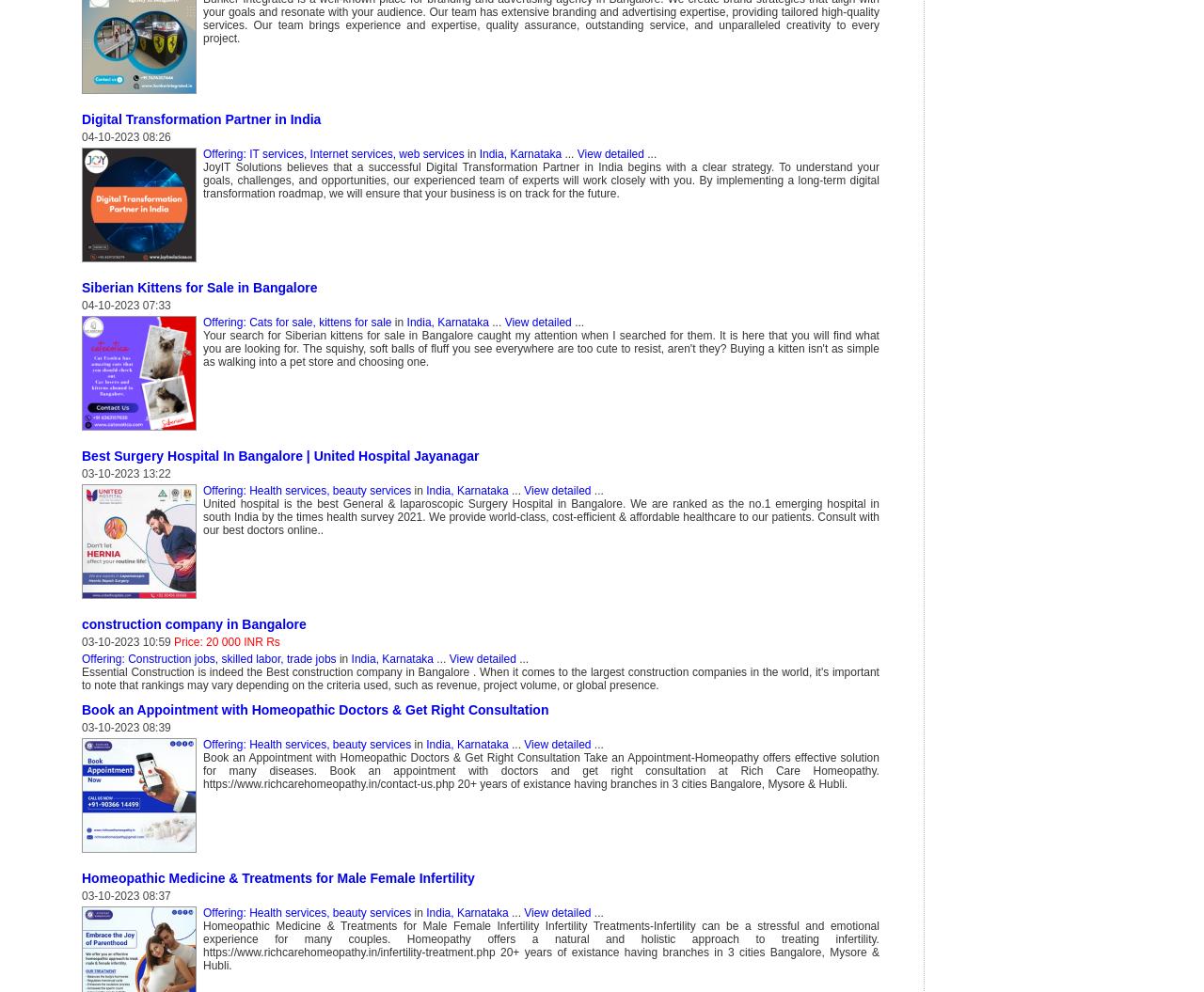 The height and width of the screenshot is (992, 1204). Describe the element at coordinates (539, 943) in the screenshot. I see `'Homeopathic Medicine & Treatments for Male Female Infertility
Infertility Treatments-Infertility can be a stressful and emotional experience for many couples. Homeopathy offers a natural and holistic approach to treating infertility.

https://www.richcarehomeopathy.in/infertility-treatment.php

20+ years of existance having branches in 3 cities Bangalore,  Mysore & Hubli.'` at that location.